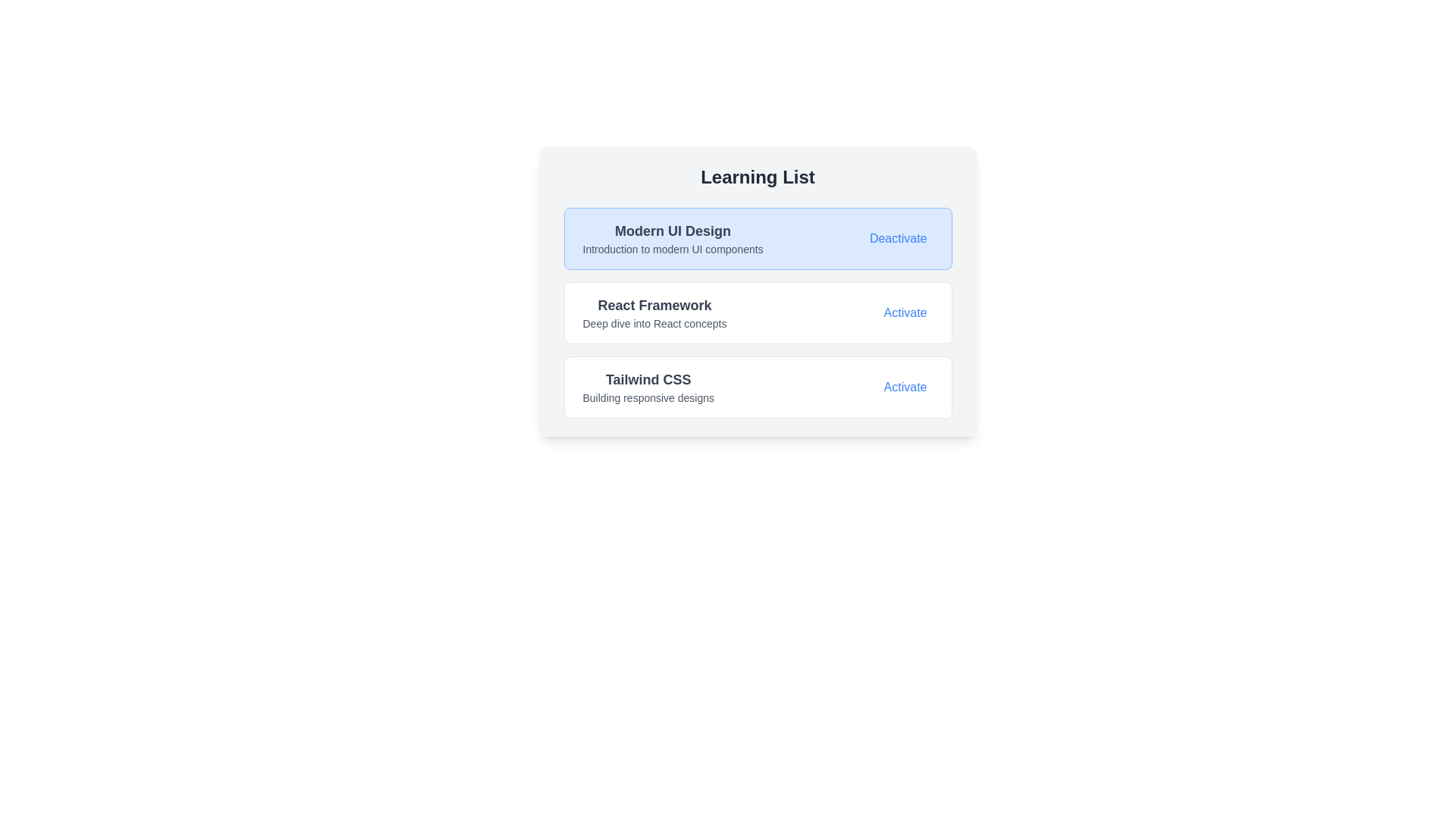  What do you see at coordinates (905, 386) in the screenshot?
I see `the action button labeled 'Activate' for the item 'Tailwind CSS'` at bounding box center [905, 386].